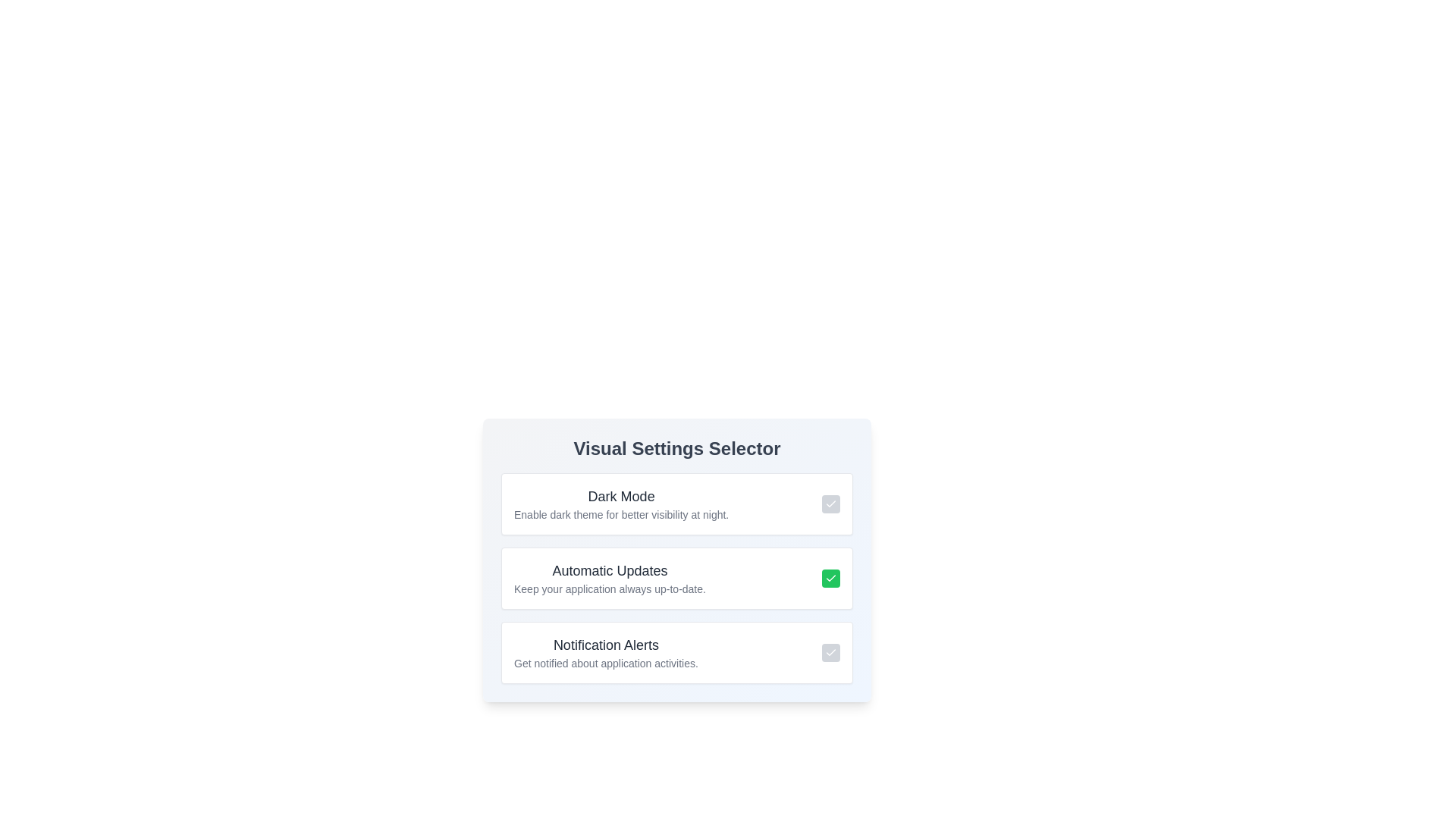 The width and height of the screenshot is (1456, 819). What do you see at coordinates (605, 663) in the screenshot?
I see `the static text that reads 'Get notified about application activities.' positioned below the heading 'Notification Alerts' in the settings panel` at bounding box center [605, 663].